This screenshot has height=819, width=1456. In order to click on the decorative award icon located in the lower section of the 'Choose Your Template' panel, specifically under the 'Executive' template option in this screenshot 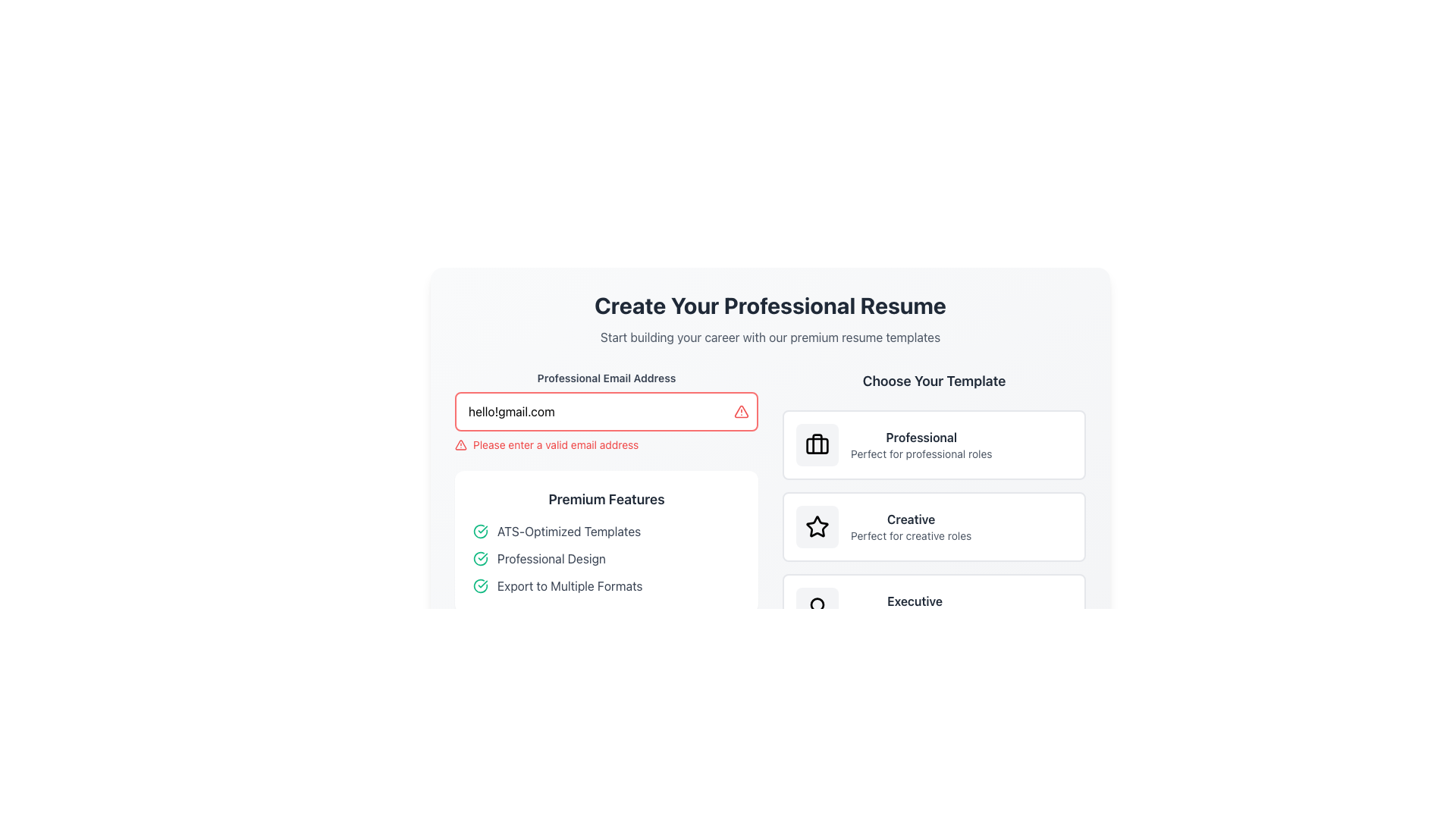, I will do `click(817, 607)`.